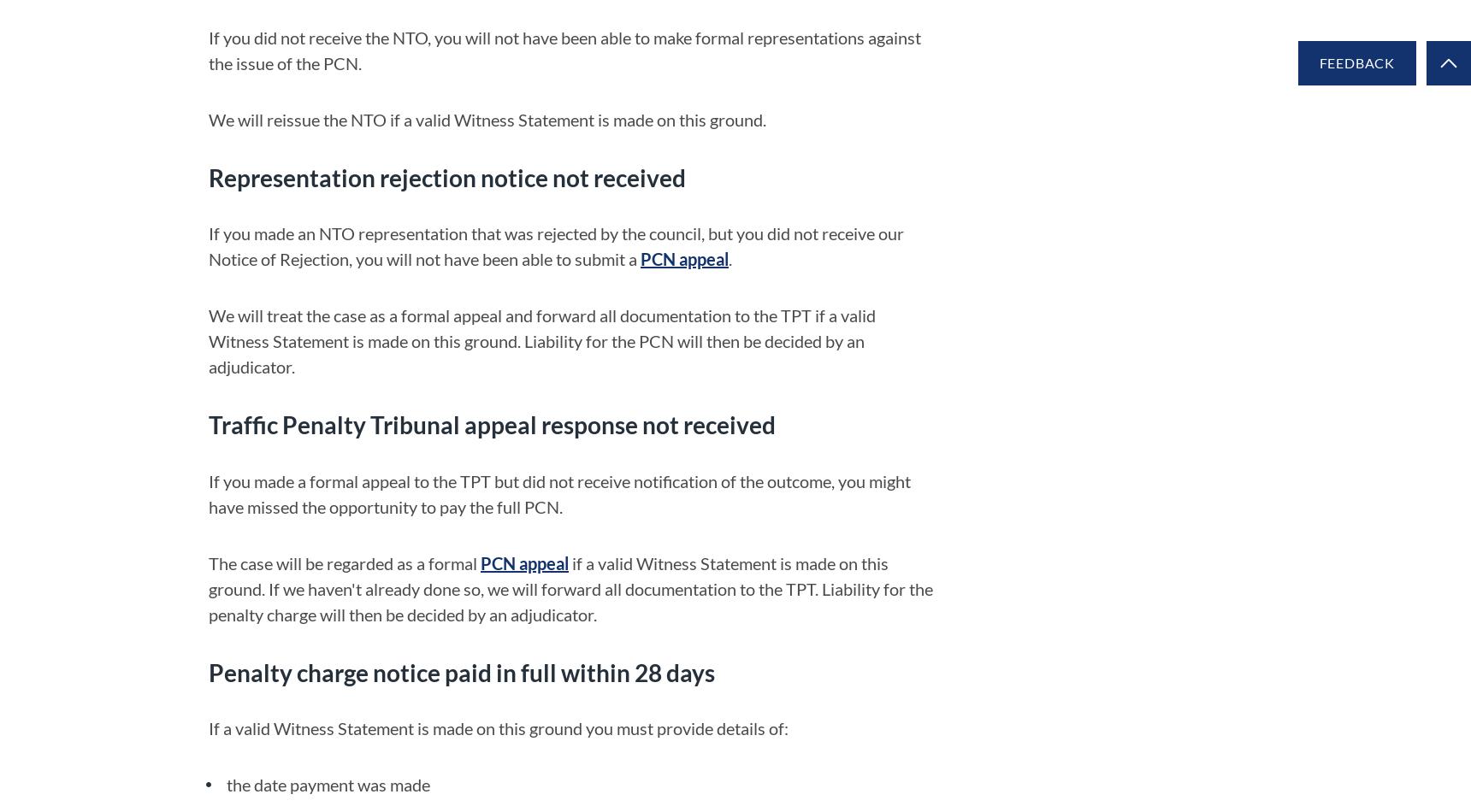 The image size is (1471, 812). I want to click on 'If you did not receive the NTO, you will not have been able to make formal representations against the issue of the PCN.', so click(564, 50).